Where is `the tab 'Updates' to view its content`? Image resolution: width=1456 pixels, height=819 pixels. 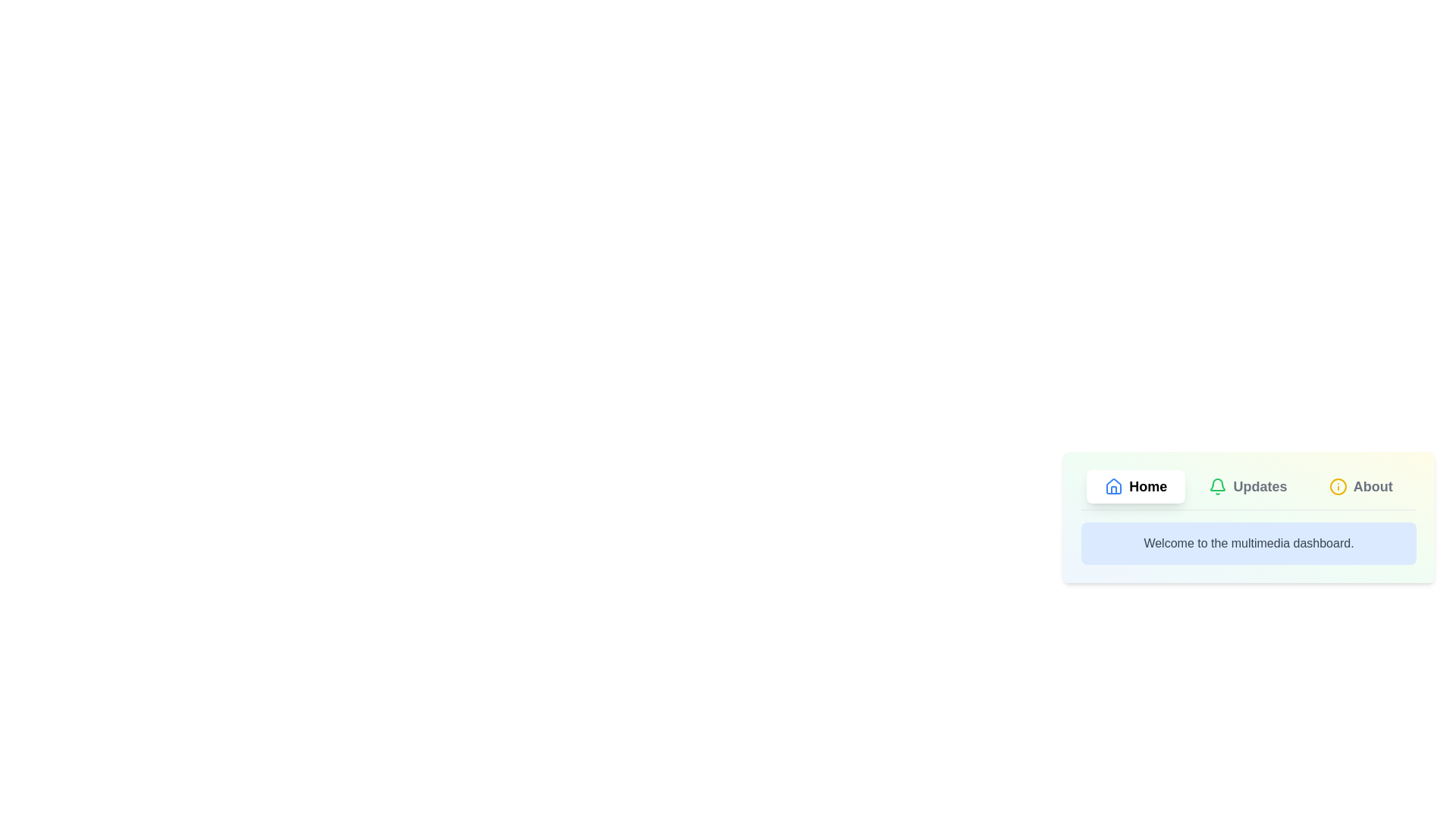 the tab 'Updates' to view its content is located at coordinates (1248, 486).